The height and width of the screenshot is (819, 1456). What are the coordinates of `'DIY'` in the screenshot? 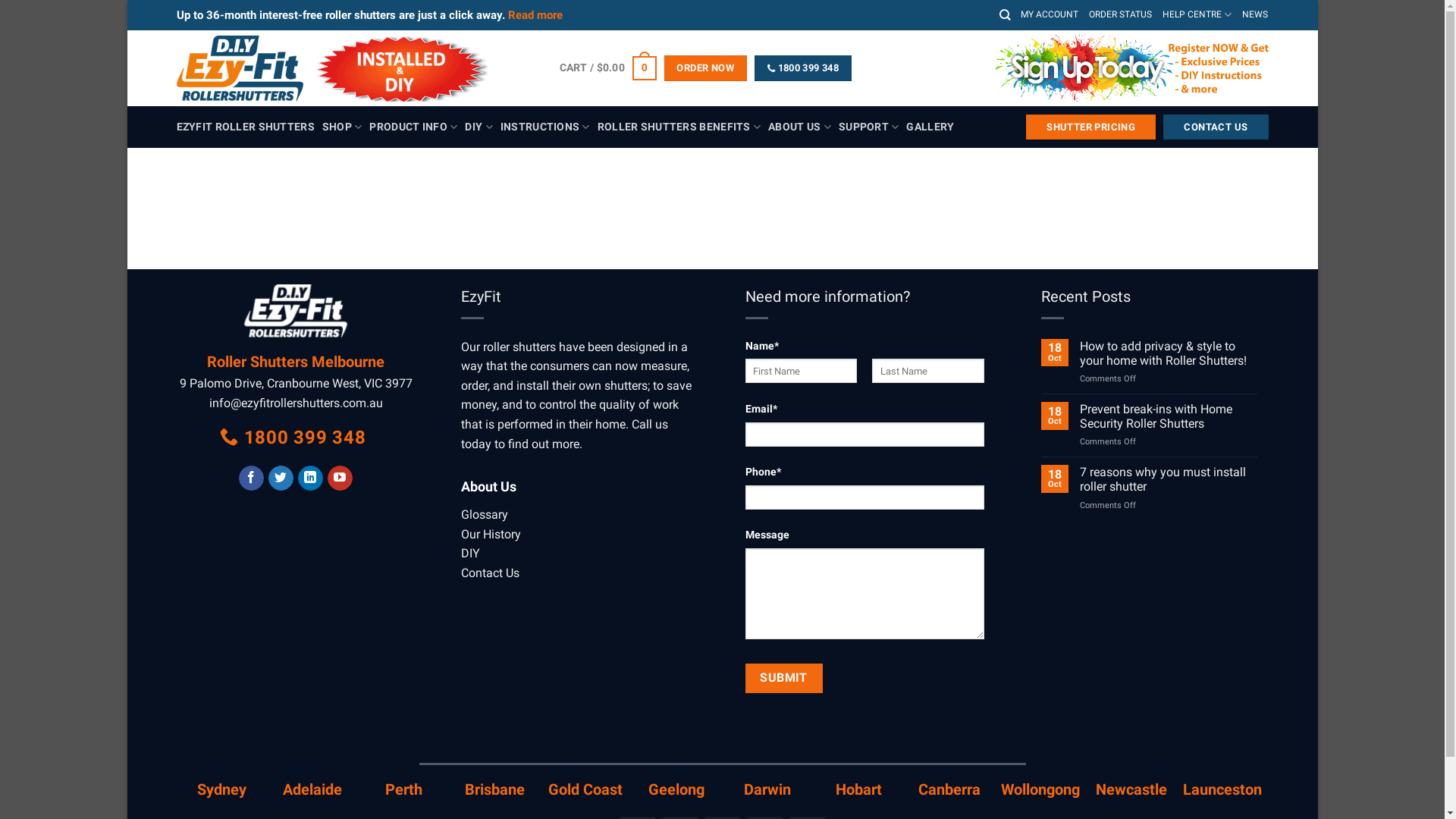 It's located at (460, 553).